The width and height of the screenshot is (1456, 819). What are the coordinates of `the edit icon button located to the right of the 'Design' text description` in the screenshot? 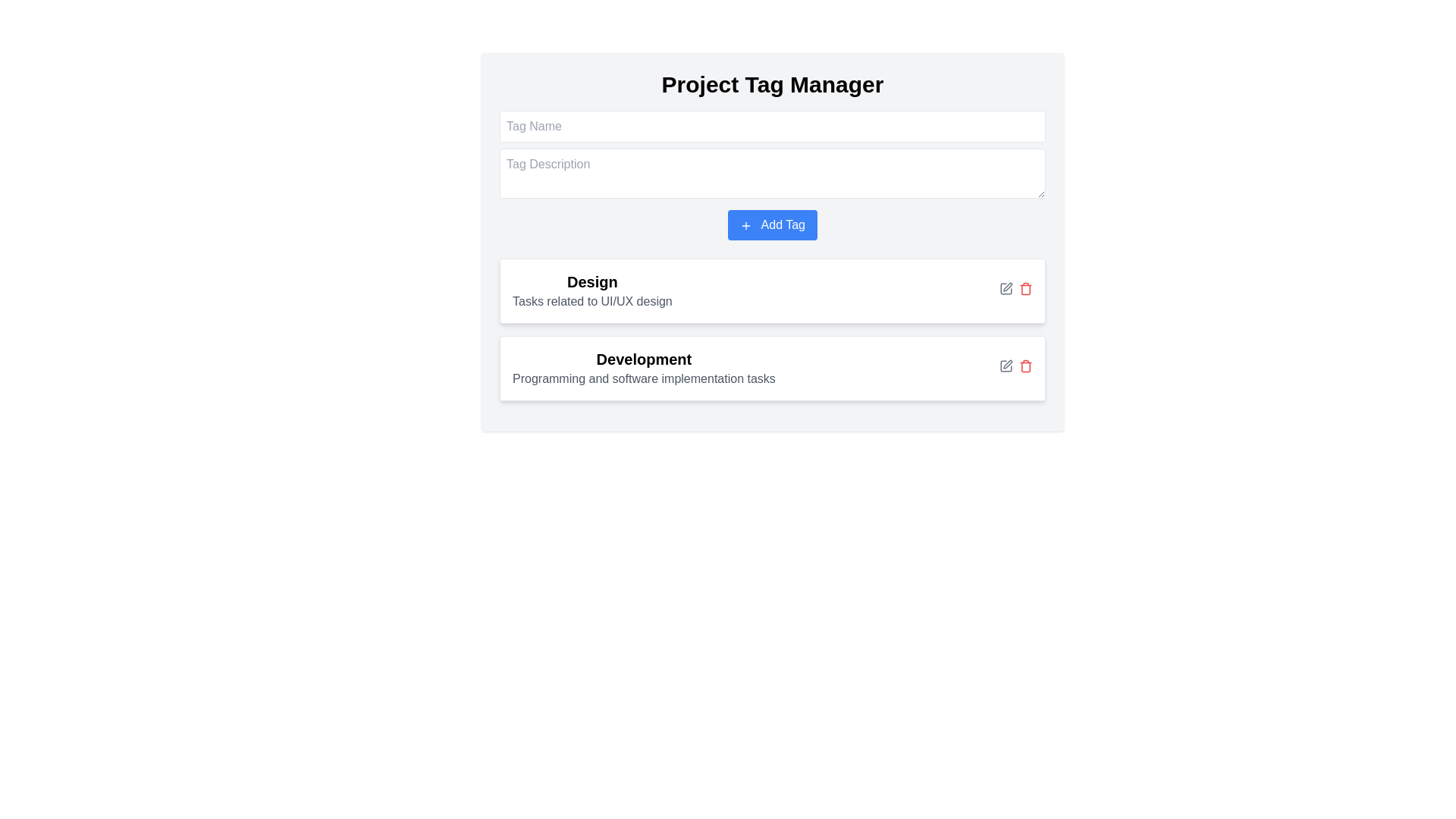 It's located at (1006, 366).